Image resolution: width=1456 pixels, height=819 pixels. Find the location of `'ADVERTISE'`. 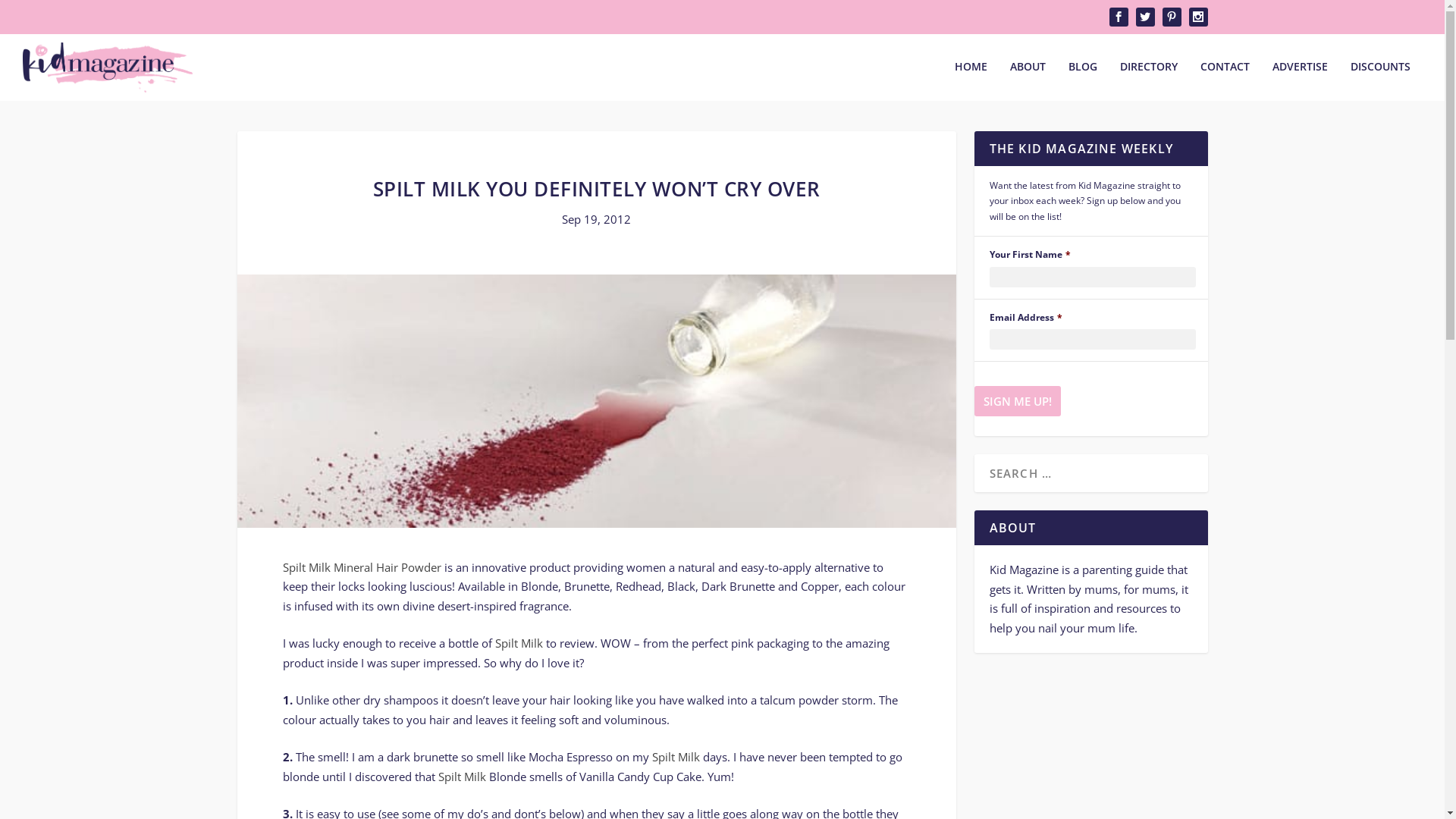

'ADVERTISE' is located at coordinates (1299, 80).